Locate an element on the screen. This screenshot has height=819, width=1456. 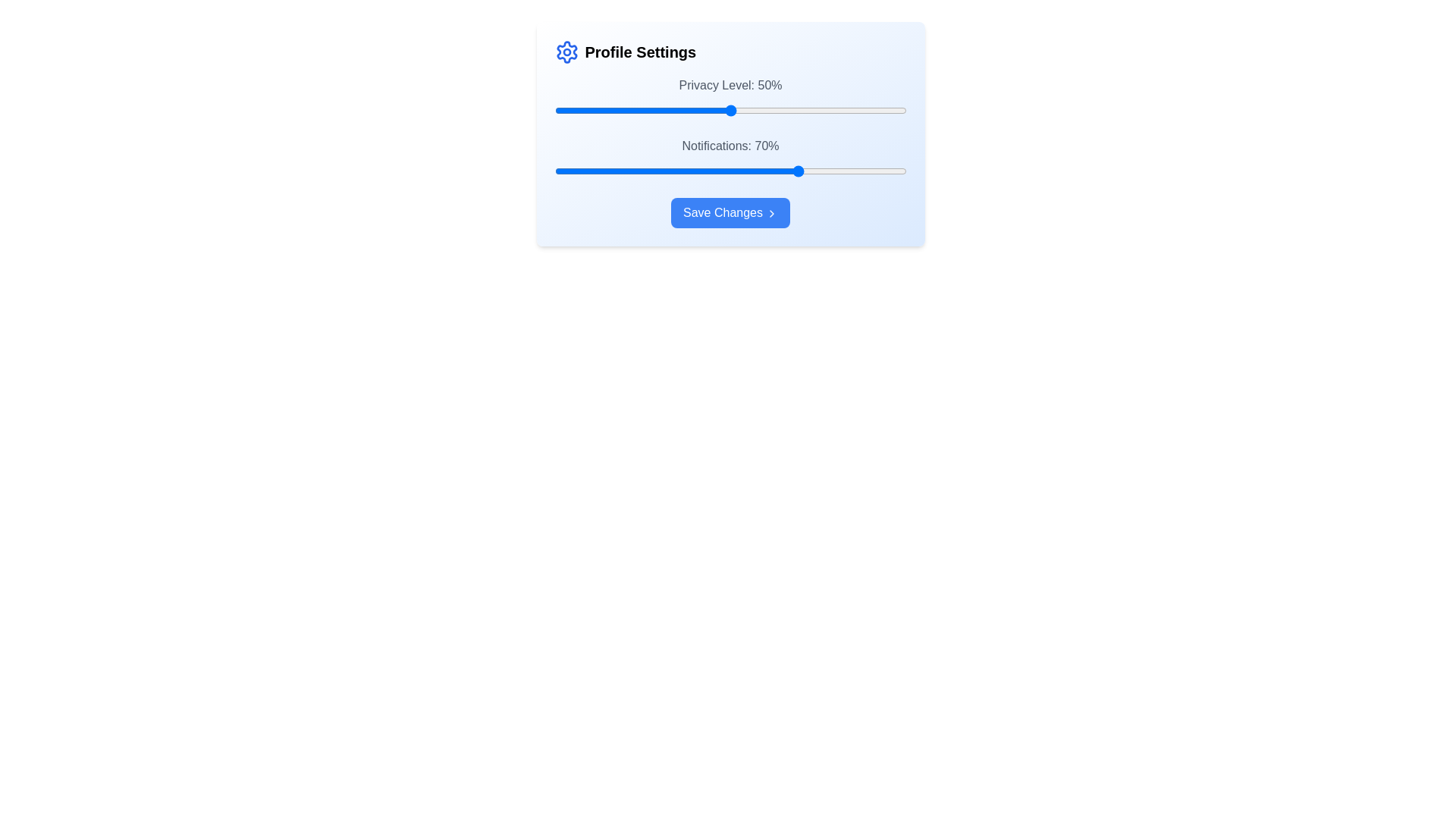
the 'Privacy Level' slider to 95% is located at coordinates (889, 110).